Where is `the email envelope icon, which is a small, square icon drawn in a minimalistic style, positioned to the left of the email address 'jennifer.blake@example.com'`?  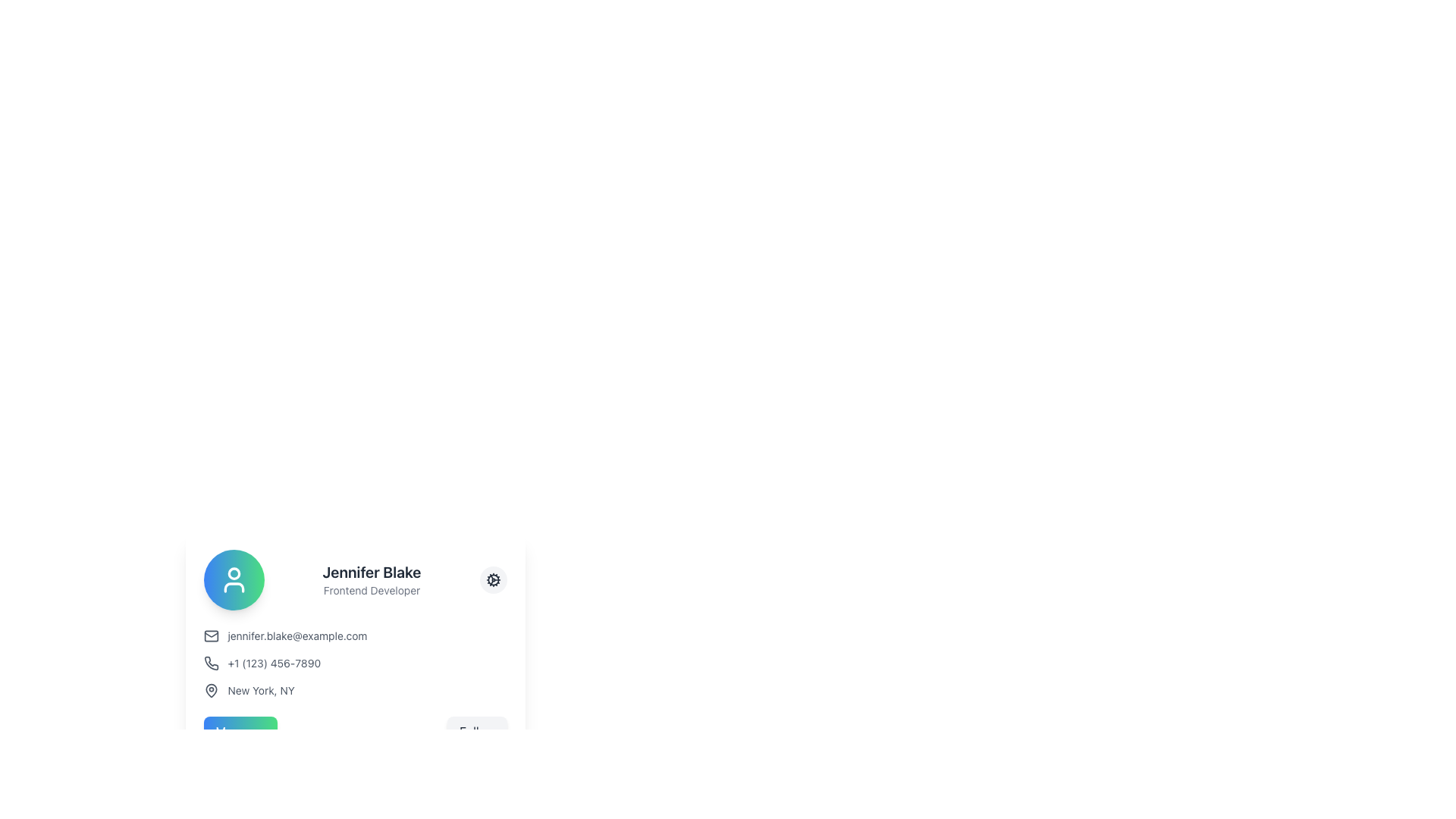
the email envelope icon, which is a small, square icon drawn in a minimalistic style, positioned to the left of the email address 'jennifer.blake@example.com' is located at coordinates (210, 636).